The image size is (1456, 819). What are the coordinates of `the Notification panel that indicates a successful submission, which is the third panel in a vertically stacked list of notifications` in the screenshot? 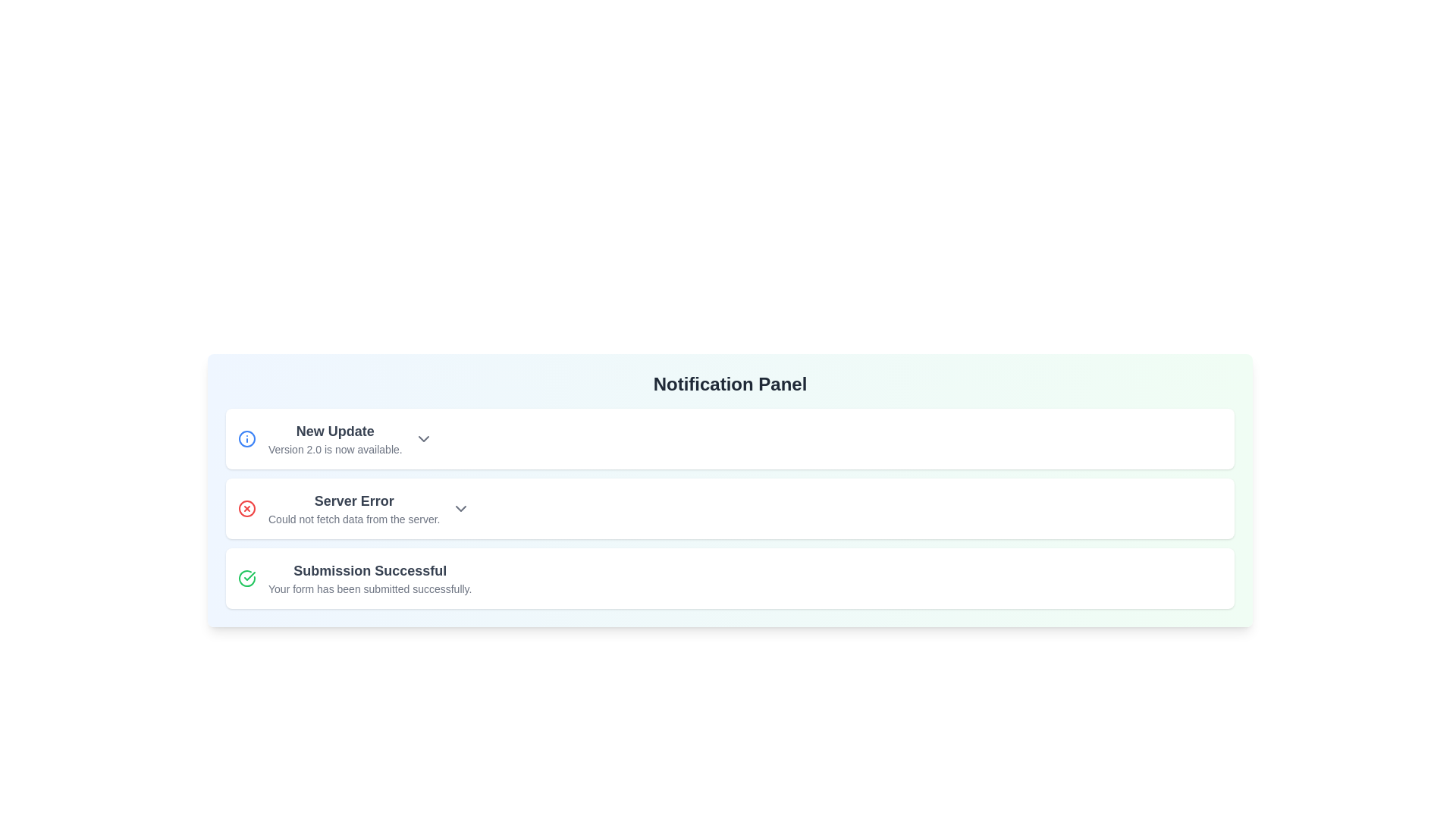 It's located at (730, 579).